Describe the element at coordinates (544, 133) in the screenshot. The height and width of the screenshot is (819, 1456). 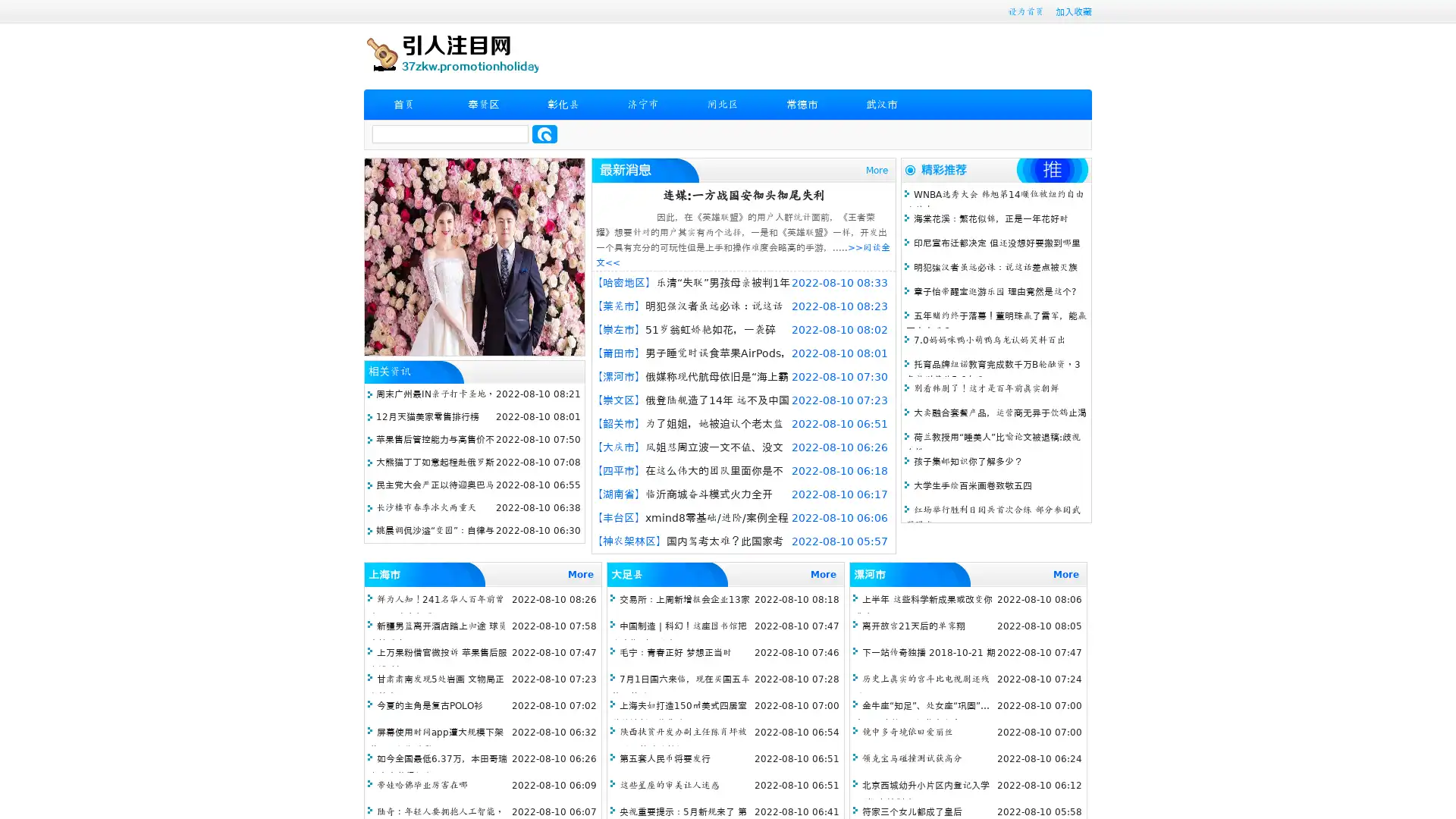
I see `Search` at that location.